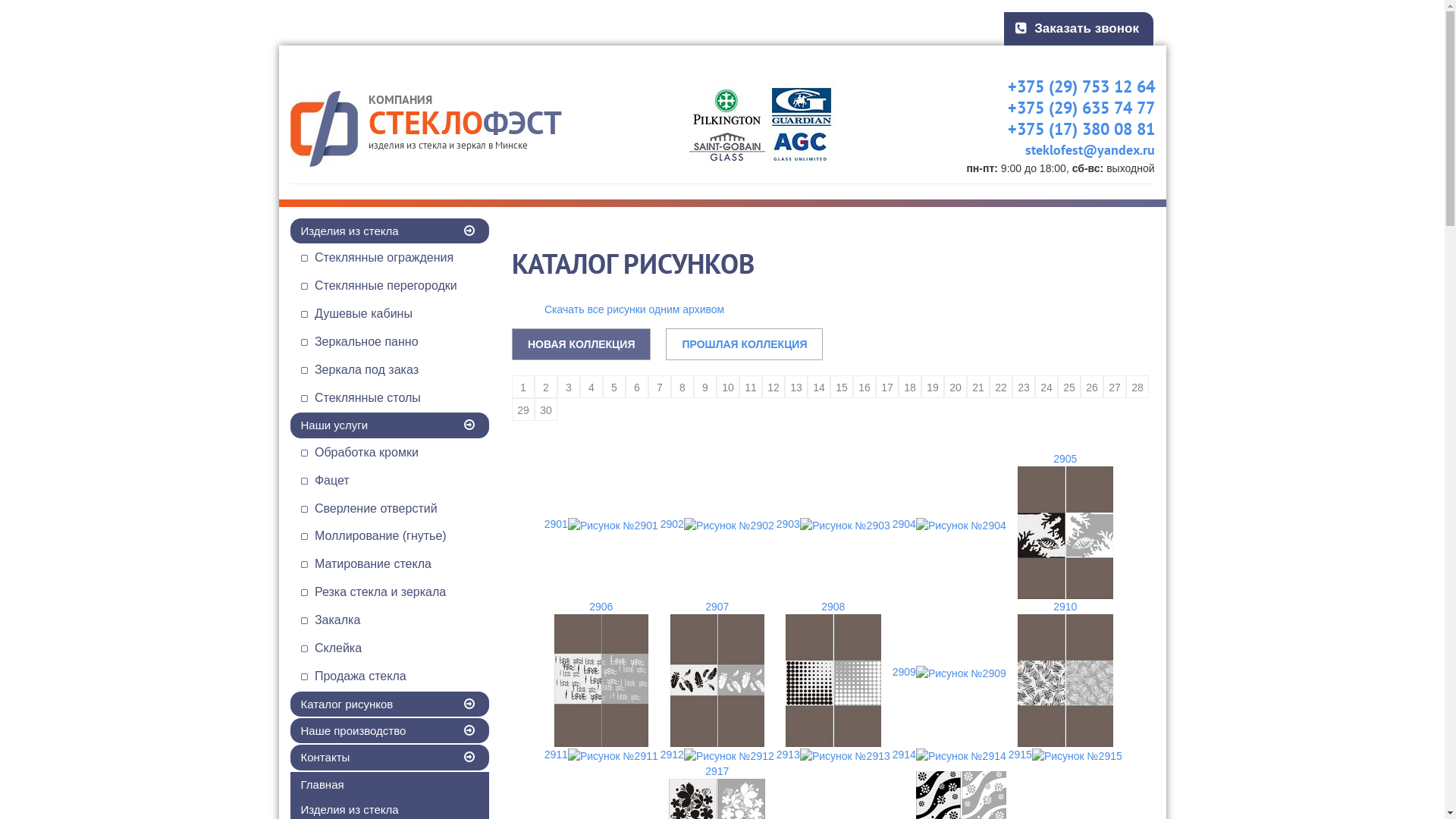 The height and width of the screenshot is (819, 1456). I want to click on 'steklofest@yandex.ru', so click(1075, 149).